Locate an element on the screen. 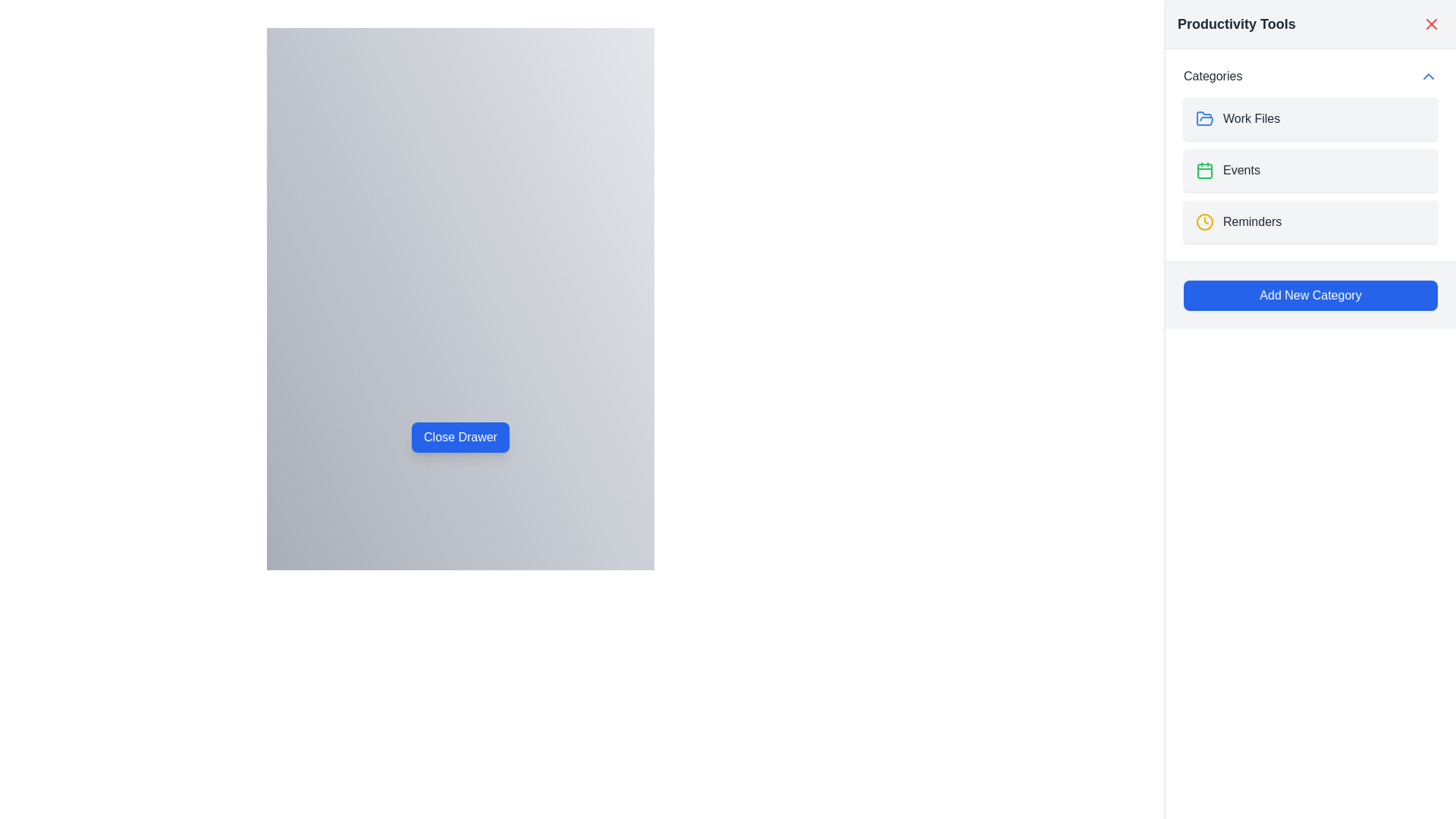 Image resolution: width=1456 pixels, height=819 pixels. the 'Categories' text label, which is a grayish dark title located at the top of the 'Categories' section, aligned to the left, and positioned below 'Productivity Tools' is located at coordinates (1212, 76).